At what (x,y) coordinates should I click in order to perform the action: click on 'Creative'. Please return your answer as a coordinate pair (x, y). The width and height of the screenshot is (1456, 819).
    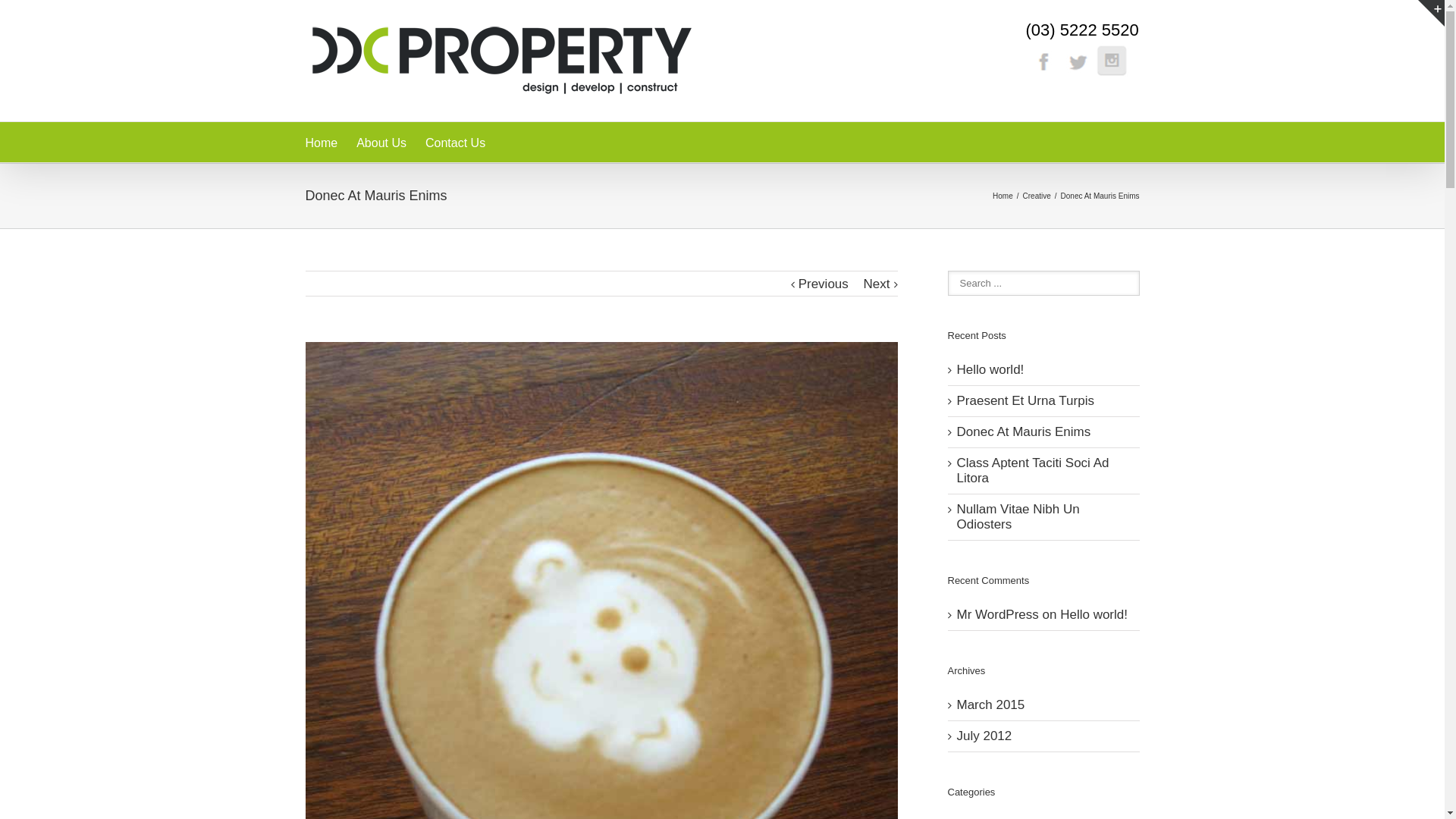
    Looking at the image, I should click on (1037, 194).